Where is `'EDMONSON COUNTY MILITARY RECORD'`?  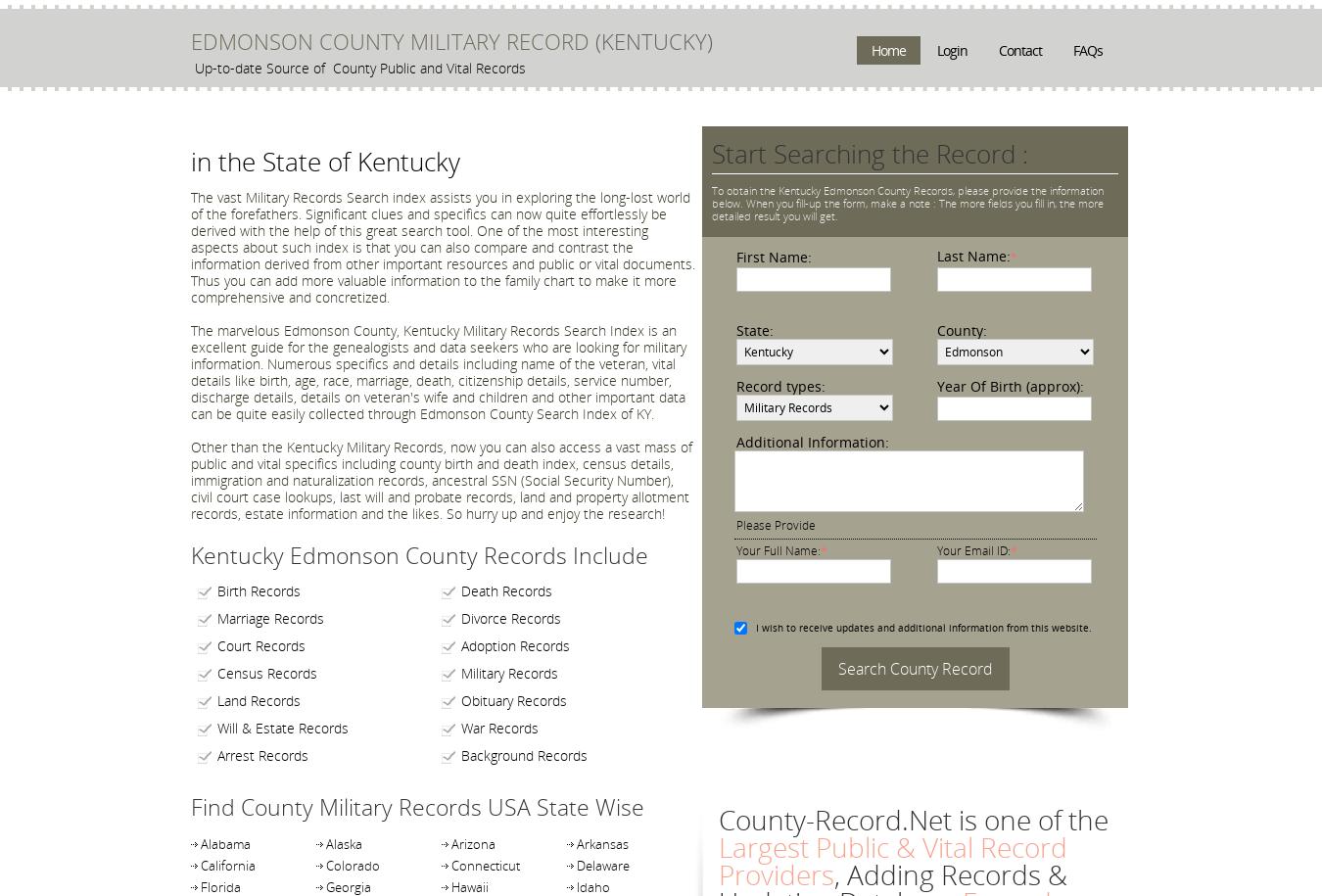
'EDMONSON COUNTY MILITARY RECORD' is located at coordinates (390, 40).